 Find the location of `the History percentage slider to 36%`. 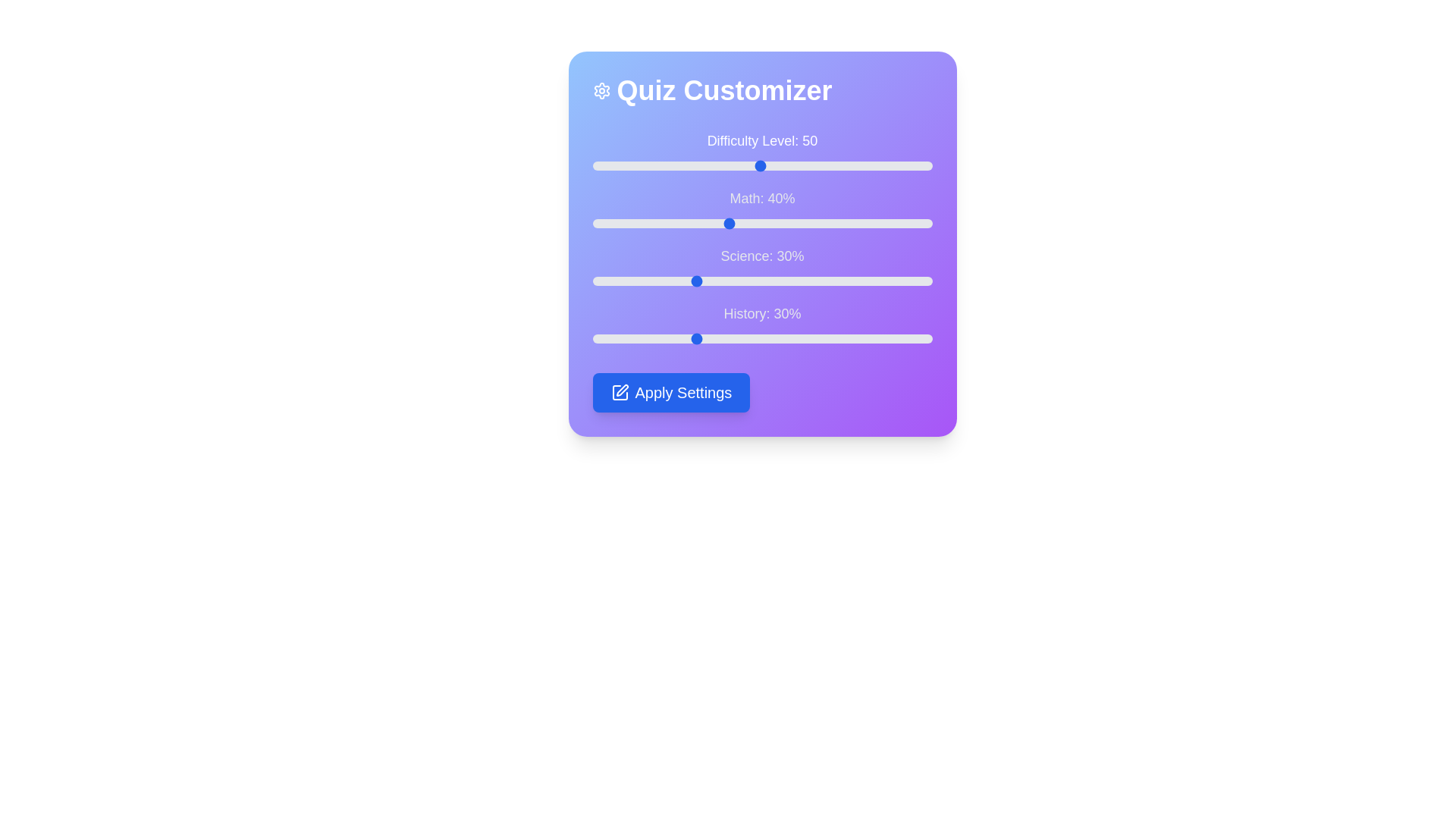

the History percentage slider to 36% is located at coordinates (714, 338).